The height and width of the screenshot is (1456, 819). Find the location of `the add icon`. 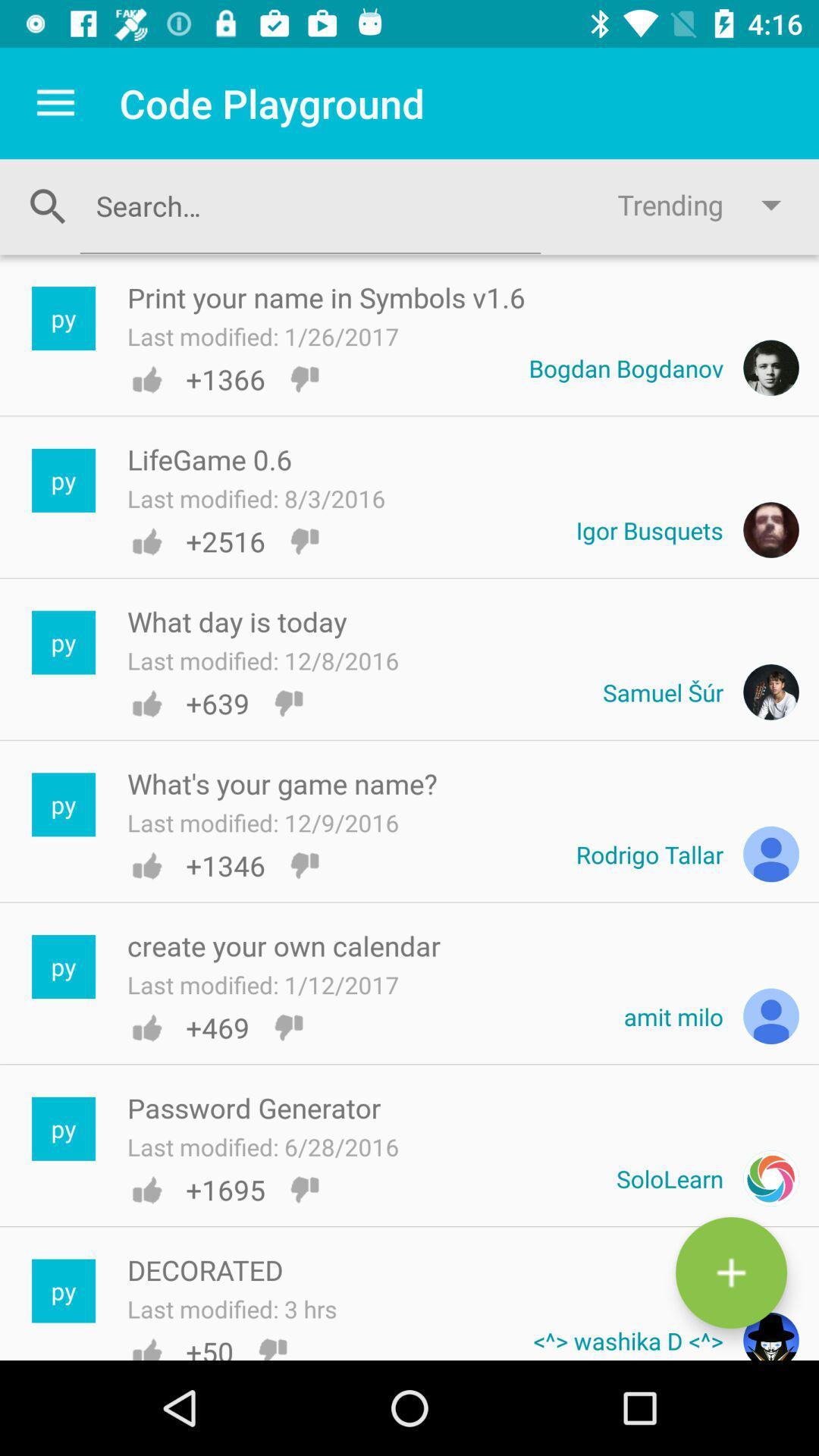

the add icon is located at coordinates (730, 1272).